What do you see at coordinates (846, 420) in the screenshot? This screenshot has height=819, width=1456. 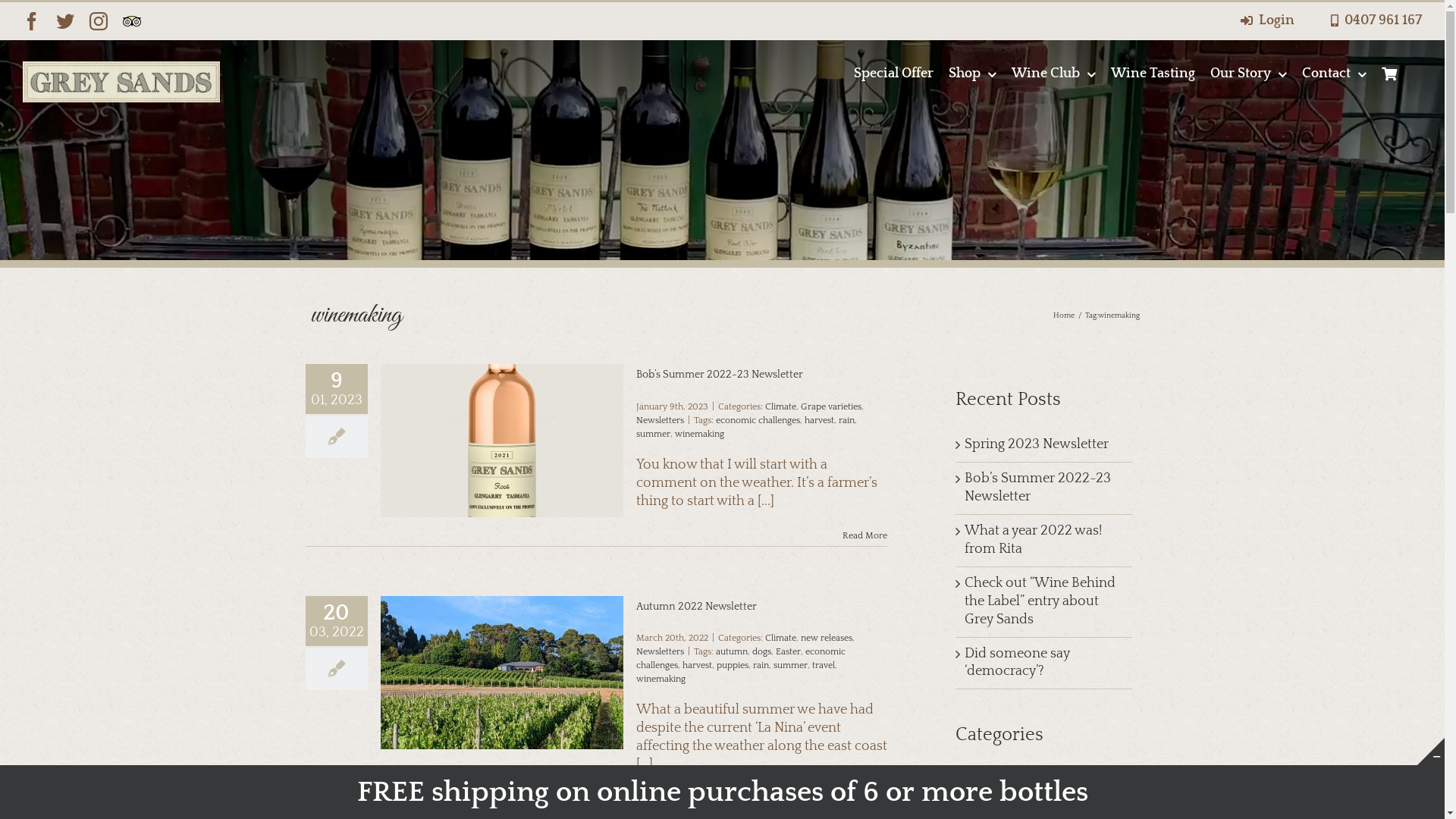 I see `'rain'` at bounding box center [846, 420].